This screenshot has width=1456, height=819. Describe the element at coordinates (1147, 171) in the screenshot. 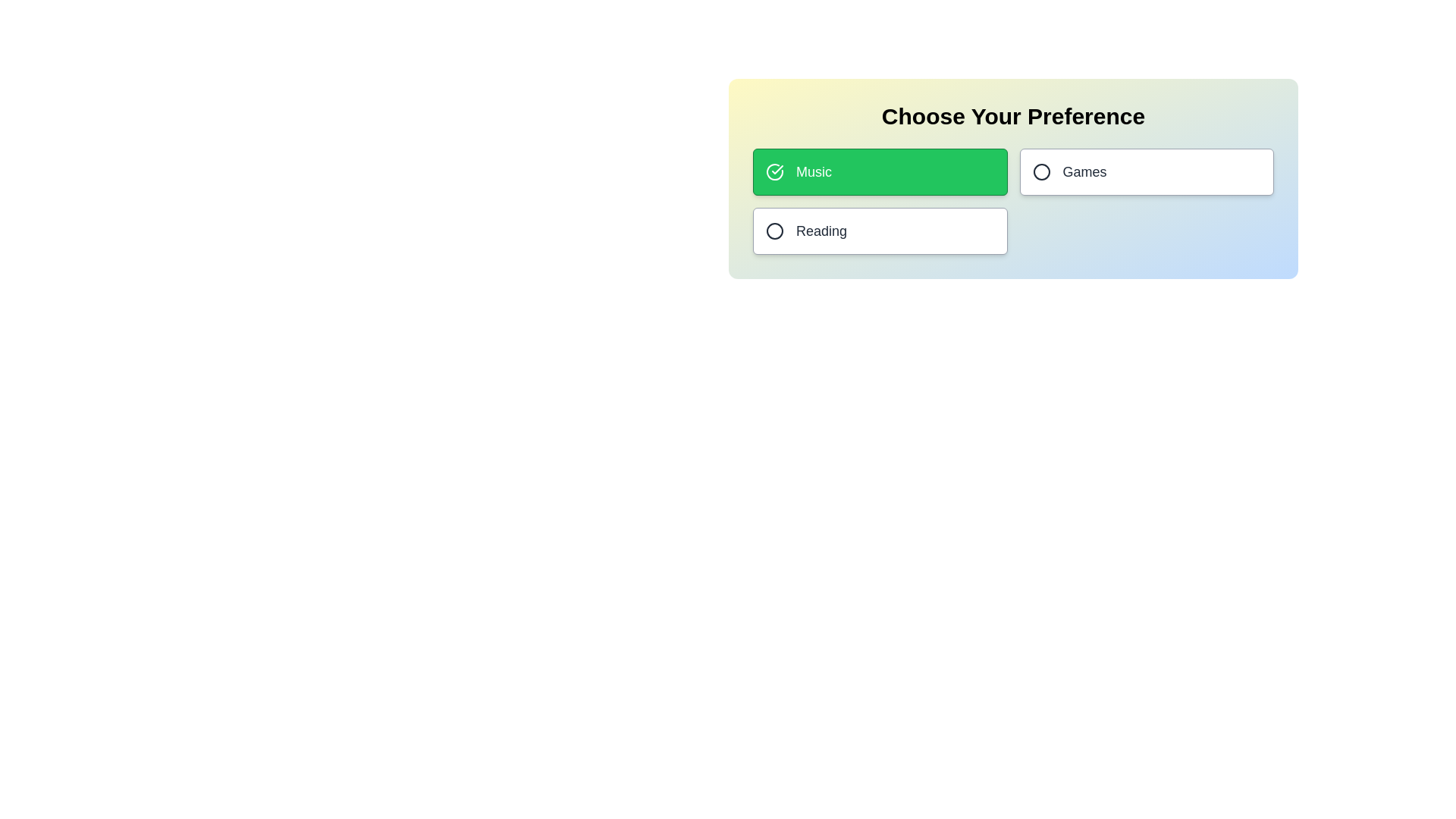

I see `the 'Games' selectable button, which is a rectangular button with rounded corners, a white background, and a gray border, located in the middle column of the three-item horizontal list` at that location.